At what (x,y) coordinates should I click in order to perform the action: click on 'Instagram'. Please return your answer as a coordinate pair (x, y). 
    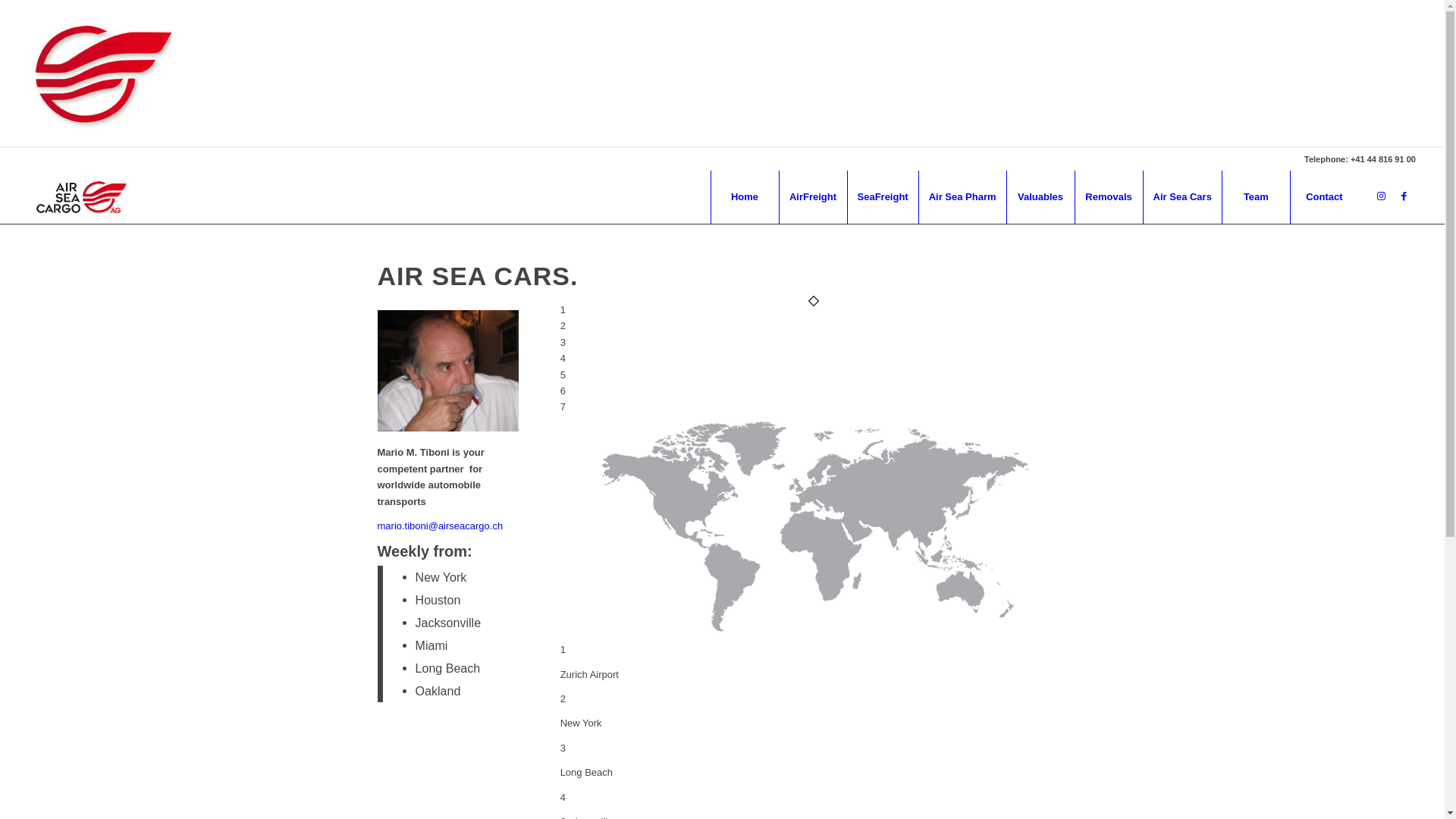
    Looking at the image, I should click on (1382, 195).